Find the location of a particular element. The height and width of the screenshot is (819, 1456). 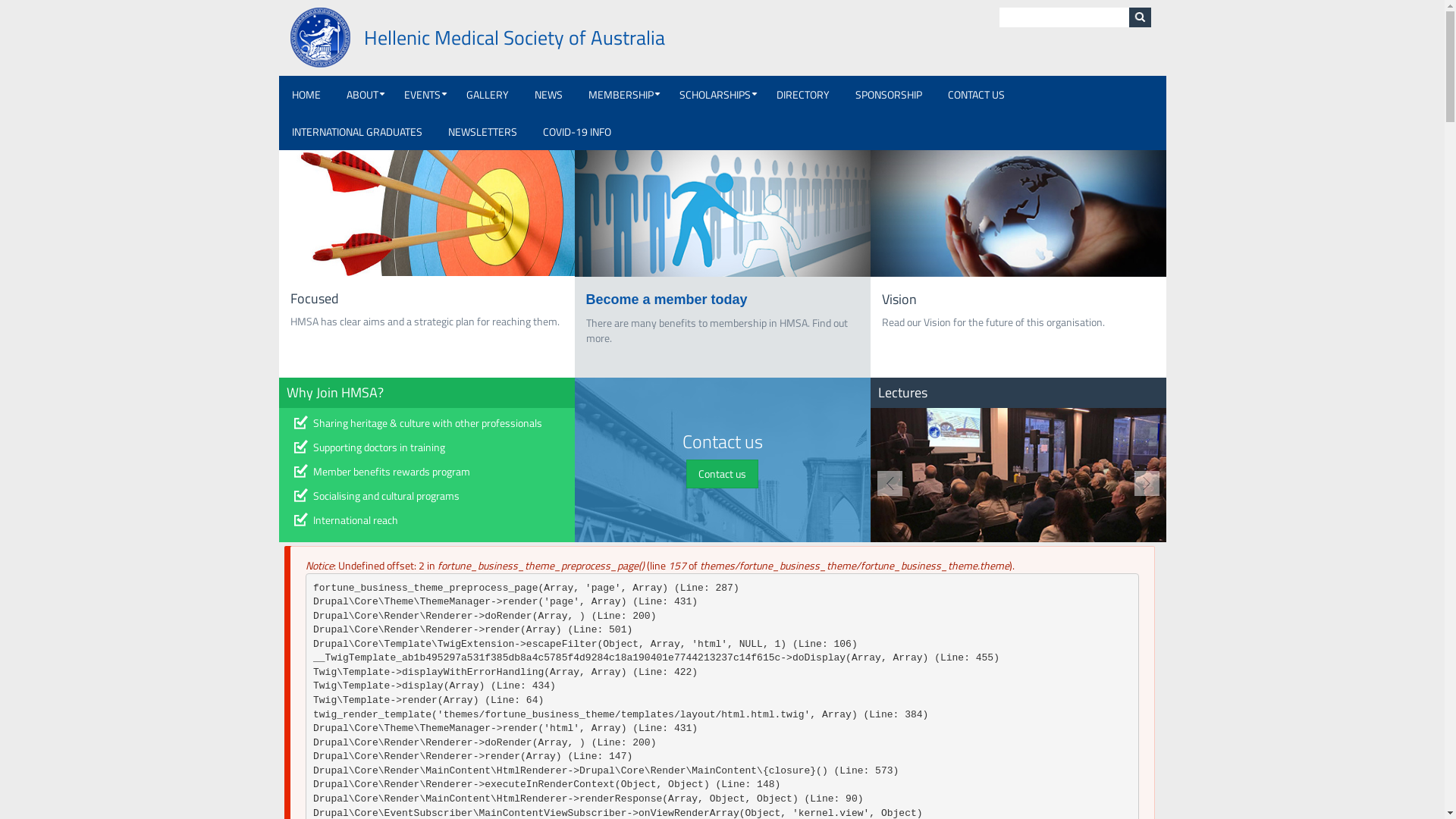

'GALLERY' is located at coordinates (488, 94).